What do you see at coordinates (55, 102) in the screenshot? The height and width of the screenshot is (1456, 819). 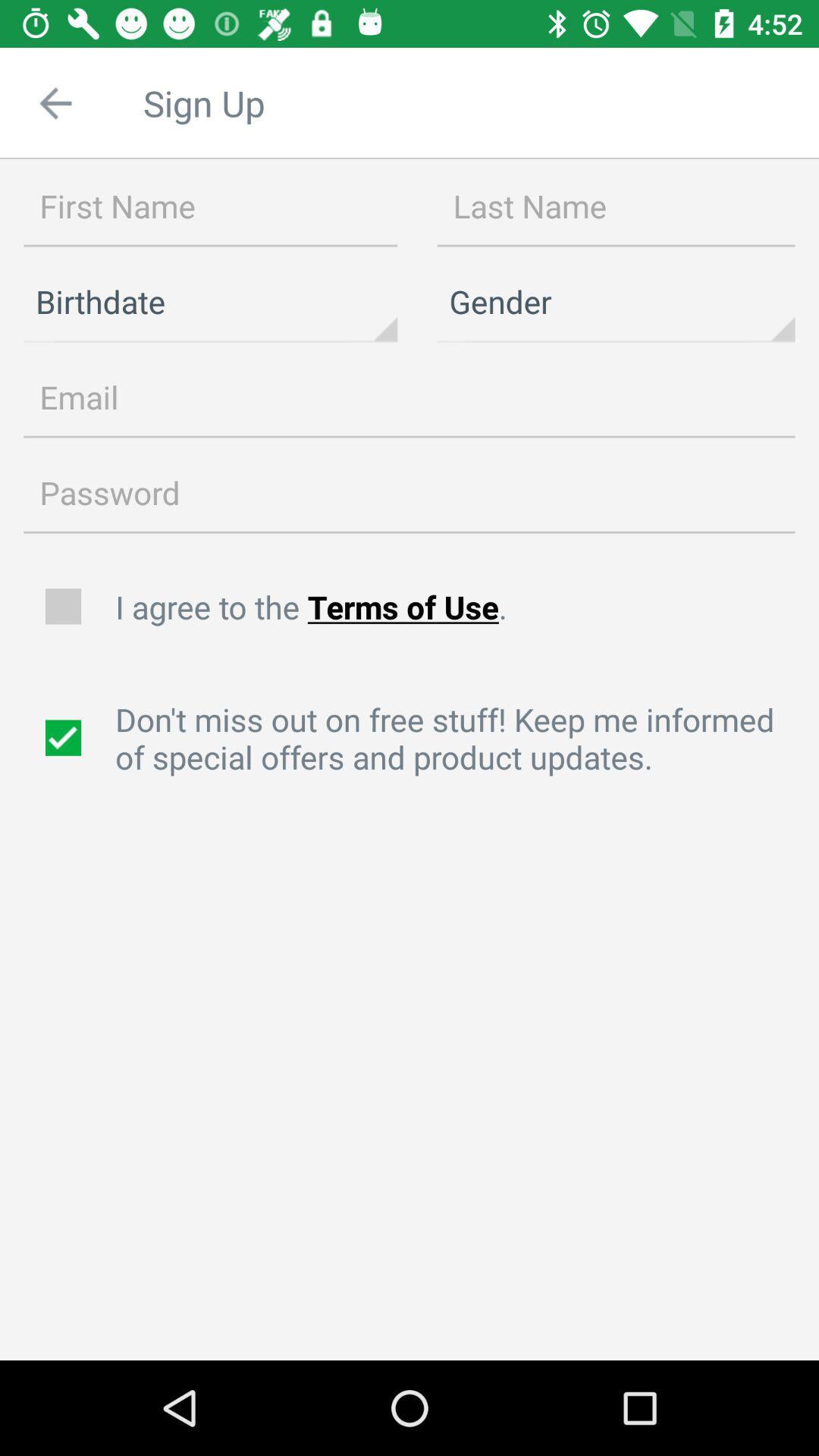 I see `the icon next to the sign up` at bounding box center [55, 102].